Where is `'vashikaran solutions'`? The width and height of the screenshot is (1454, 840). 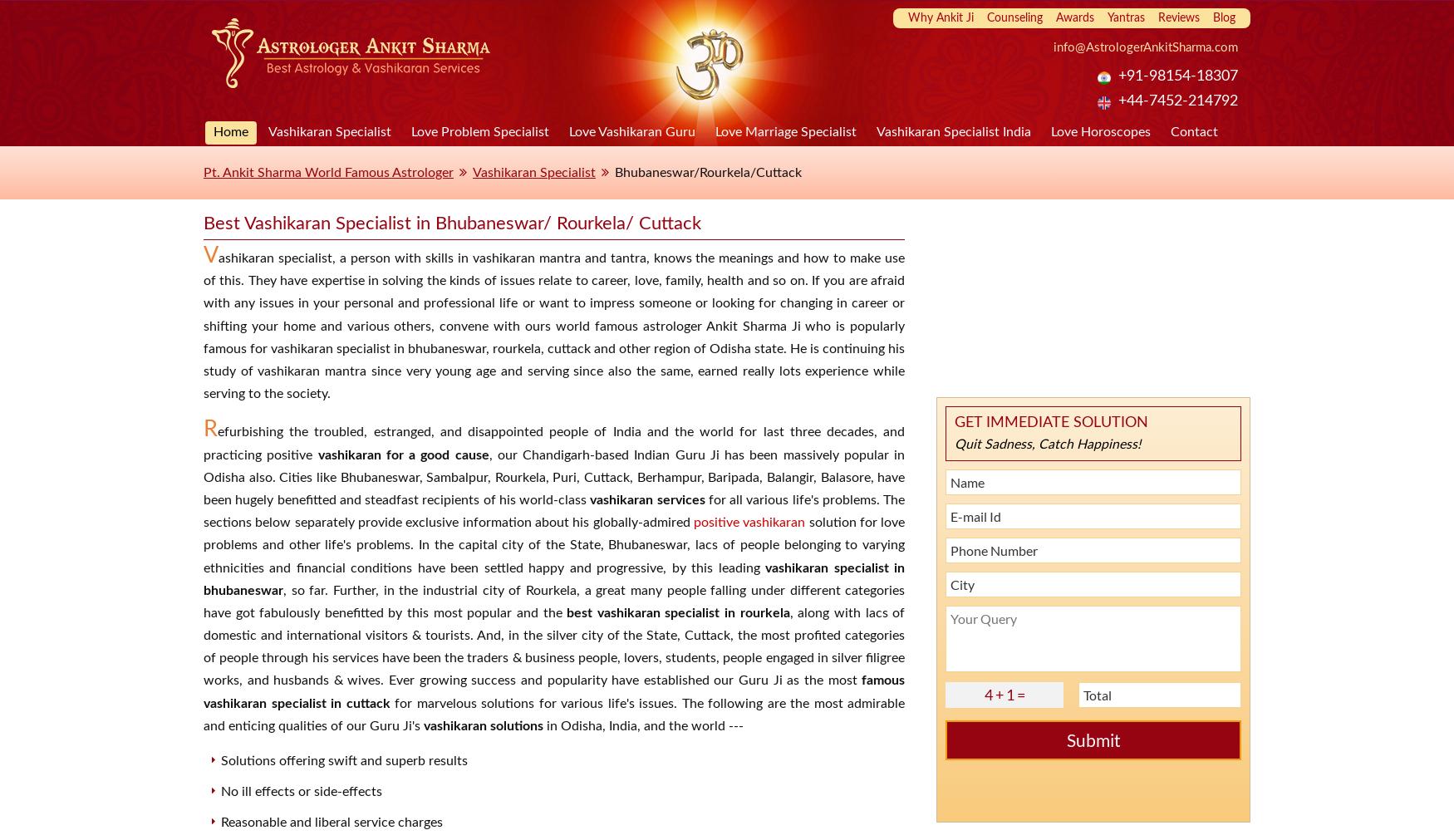
'vashikaran solutions' is located at coordinates (422, 725).